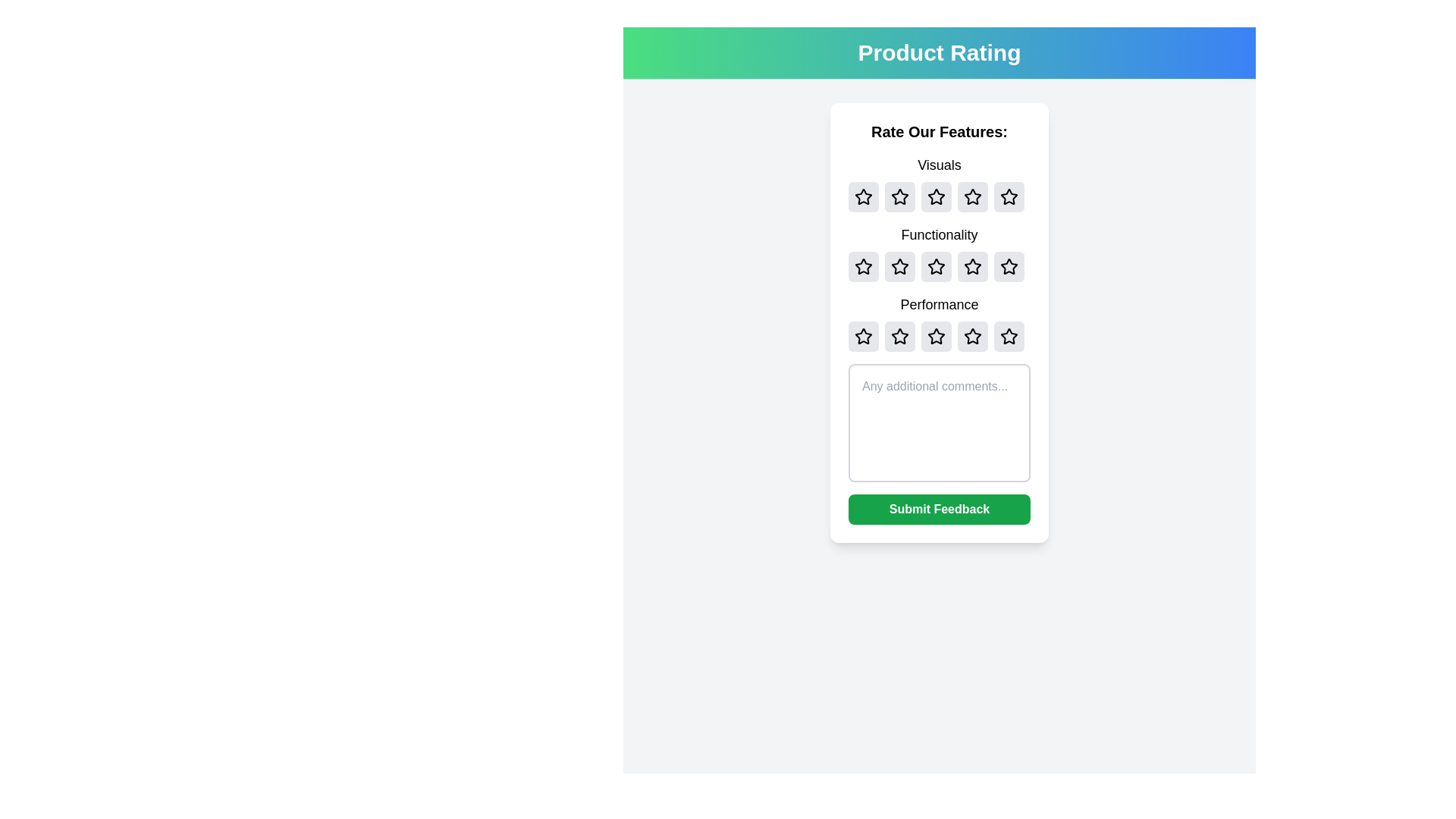 The height and width of the screenshot is (819, 1456). Describe the element at coordinates (935, 196) in the screenshot. I see `the second star icon in the 'Visuals' rating system` at that location.